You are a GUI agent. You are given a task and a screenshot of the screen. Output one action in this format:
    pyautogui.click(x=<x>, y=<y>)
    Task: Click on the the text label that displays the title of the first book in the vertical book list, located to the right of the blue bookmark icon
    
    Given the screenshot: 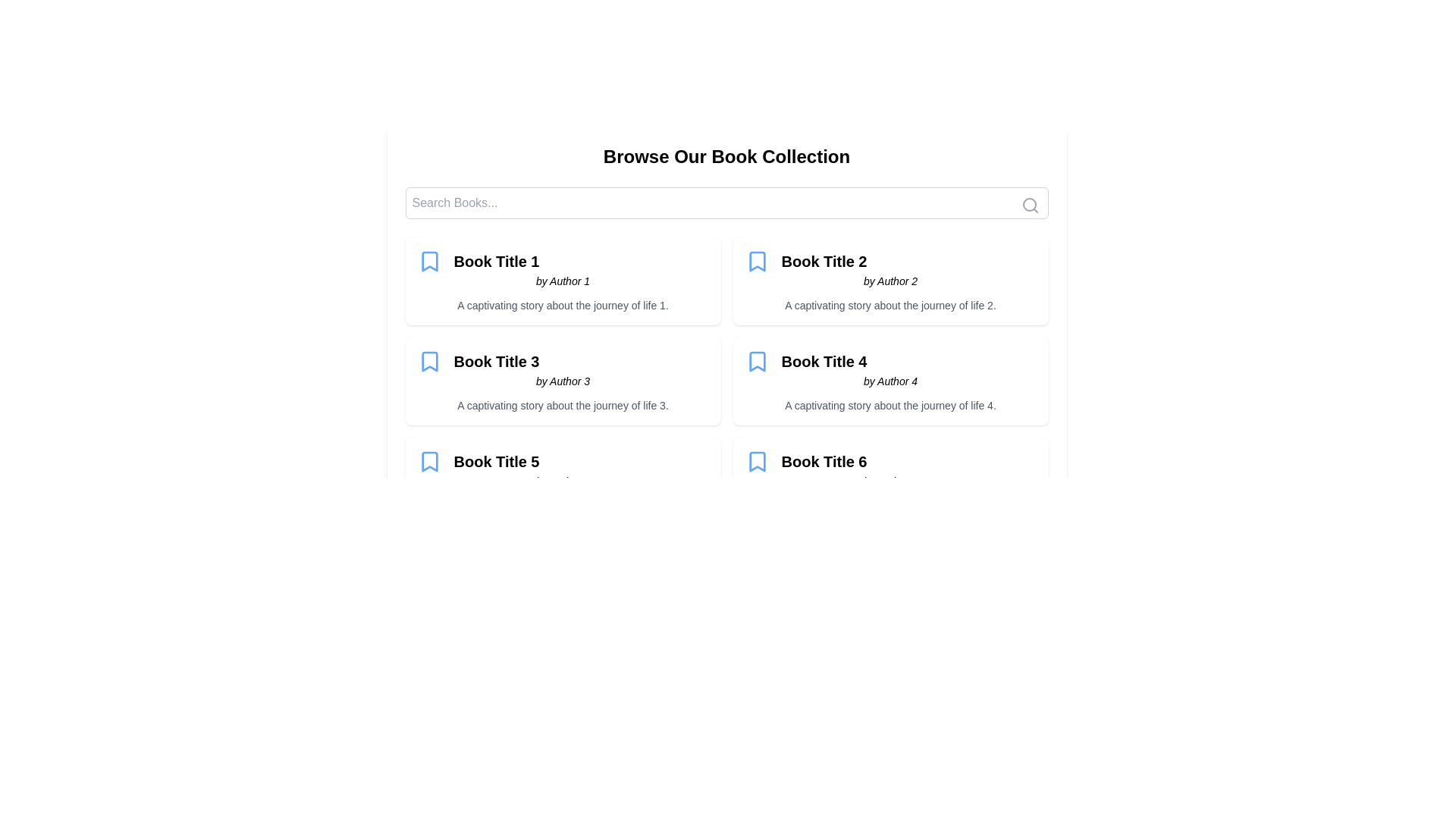 What is the action you would take?
    pyautogui.click(x=496, y=260)
    